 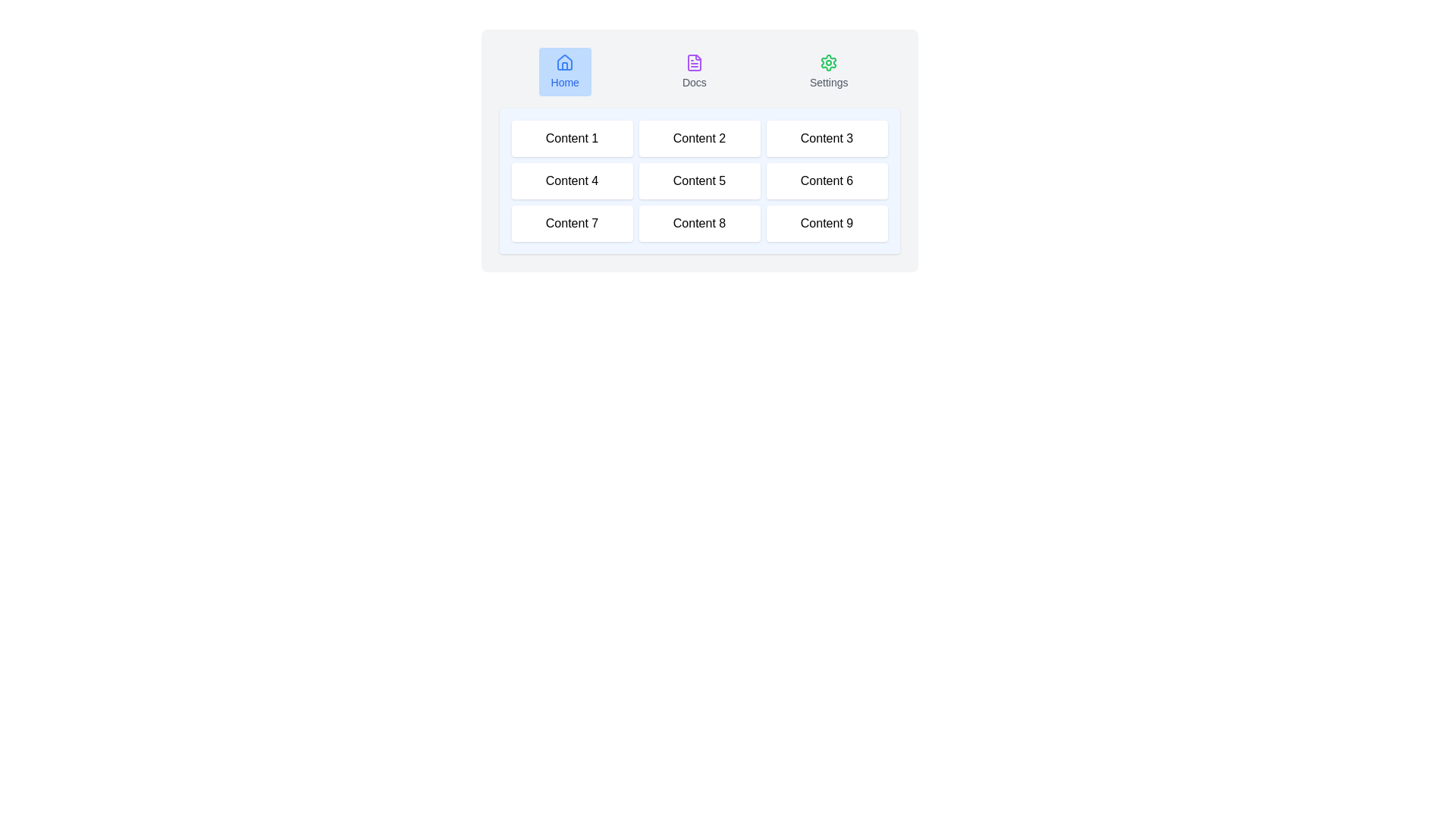 What do you see at coordinates (828, 72) in the screenshot?
I see `the Settings tab by clicking on its respective button` at bounding box center [828, 72].